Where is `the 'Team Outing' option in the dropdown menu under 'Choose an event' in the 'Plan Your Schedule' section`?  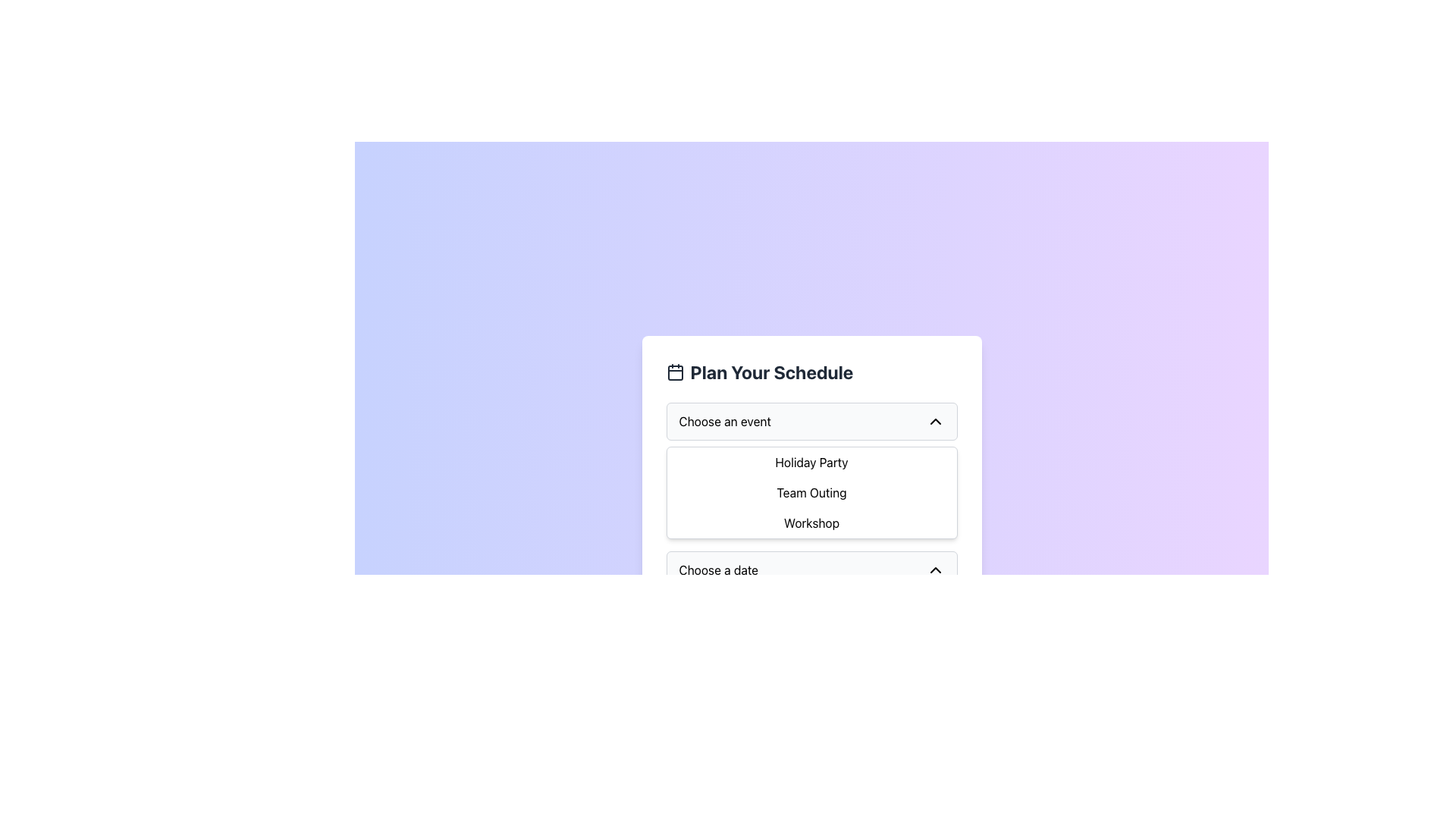 the 'Team Outing' option in the dropdown menu under 'Choose an event' in the 'Plan Your Schedule' section is located at coordinates (811, 493).